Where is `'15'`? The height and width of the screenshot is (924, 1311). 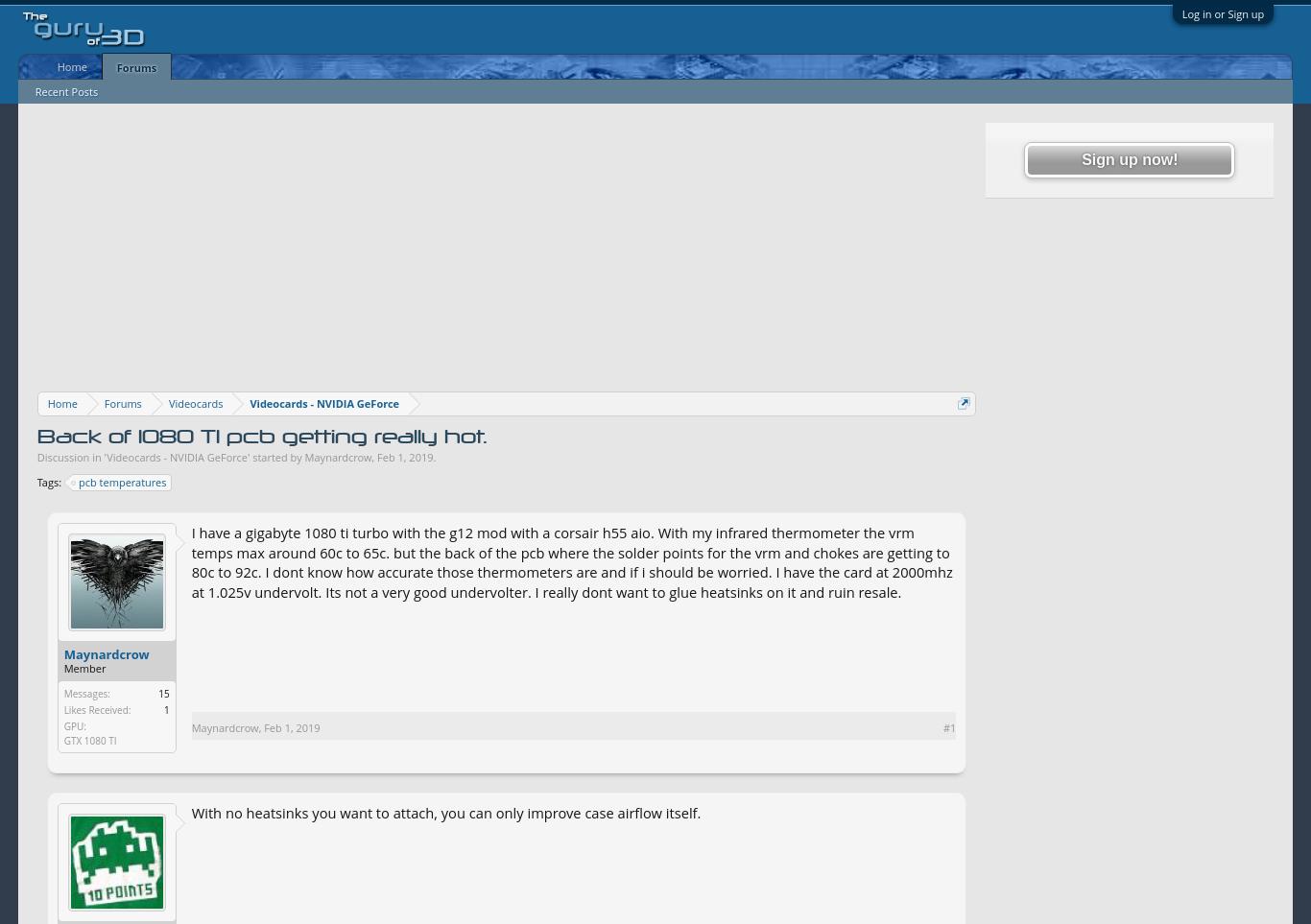 '15' is located at coordinates (157, 693).